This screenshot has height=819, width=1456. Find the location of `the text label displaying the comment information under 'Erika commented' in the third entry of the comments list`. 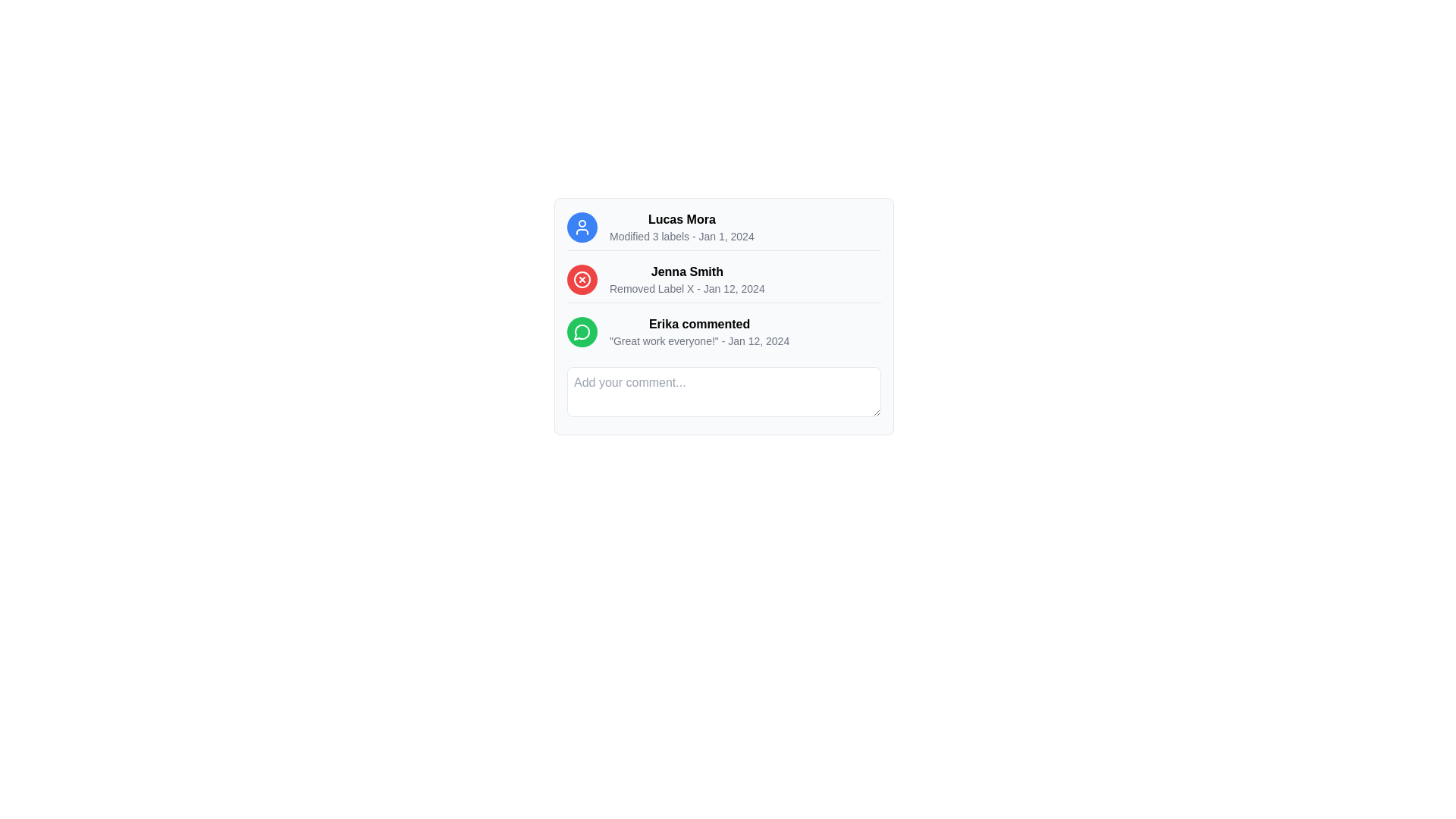

the text label displaying the comment information under 'Erika commented' in the third entry of the comments list is located at coordinates (698, 341).